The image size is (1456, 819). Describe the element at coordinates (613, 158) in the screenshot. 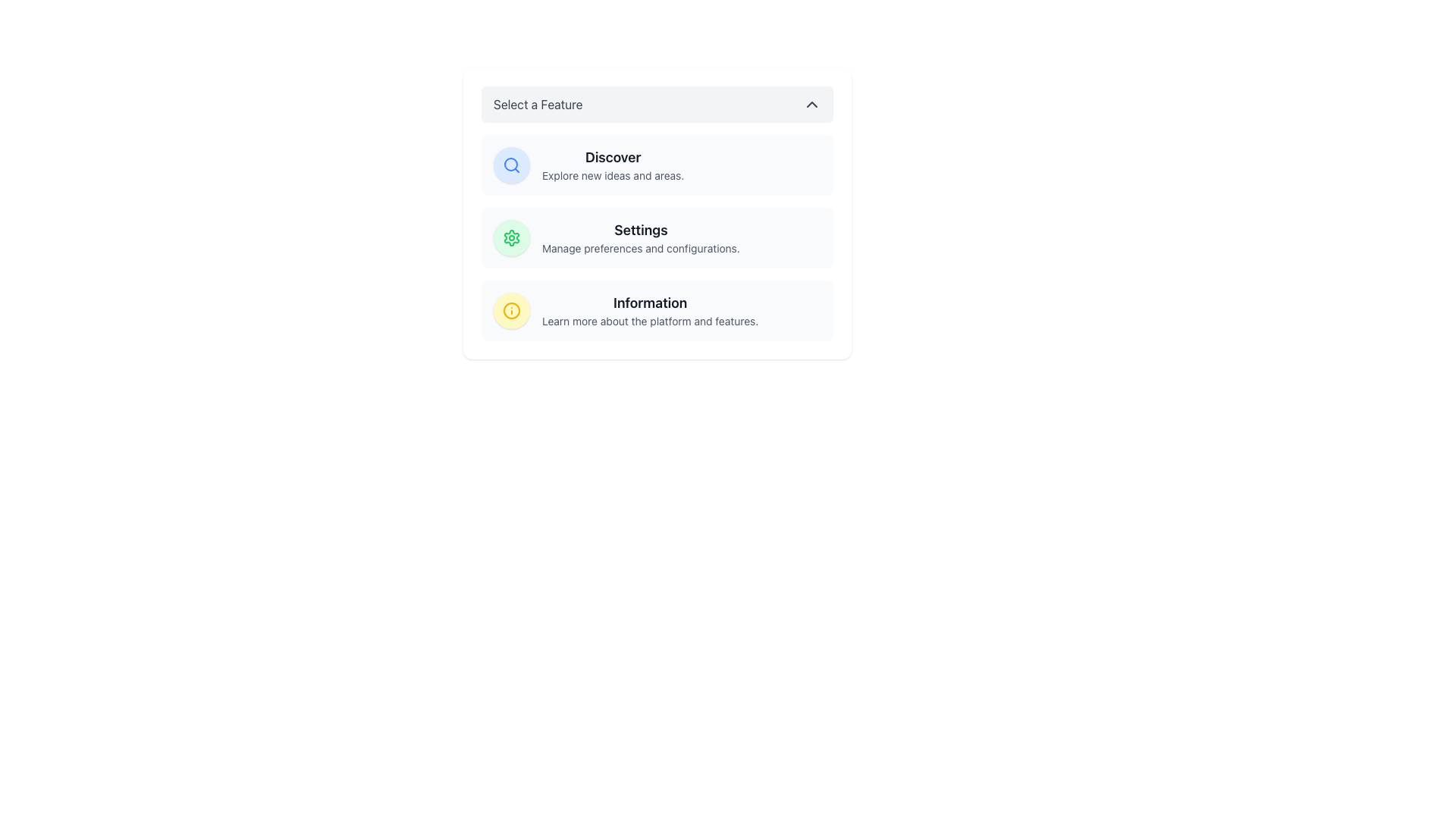

I see `the prominent text label 'Discover'` at that location.